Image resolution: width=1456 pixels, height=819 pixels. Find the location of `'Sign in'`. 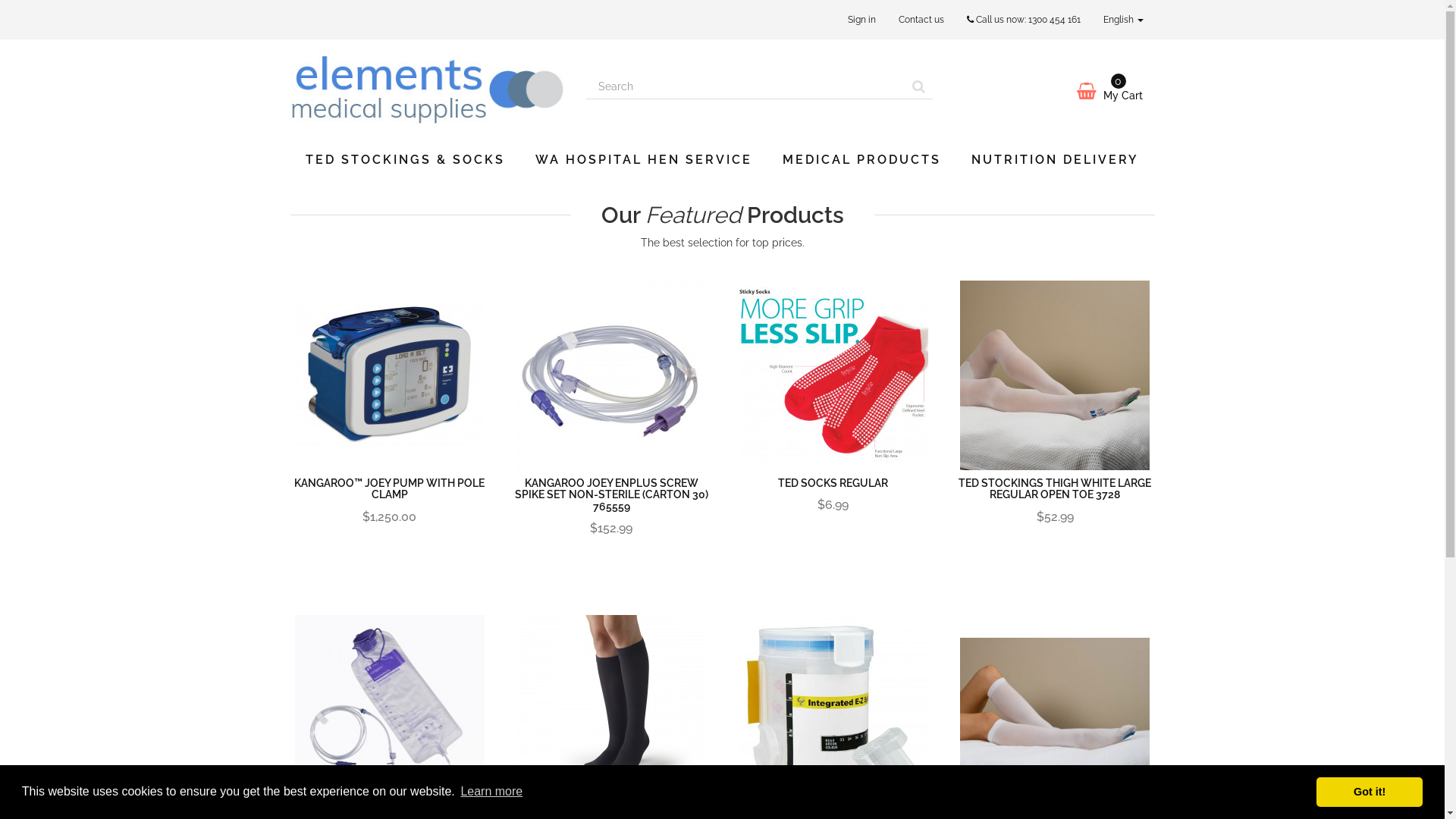

'Sign in' is located at coordinates (835, 20).